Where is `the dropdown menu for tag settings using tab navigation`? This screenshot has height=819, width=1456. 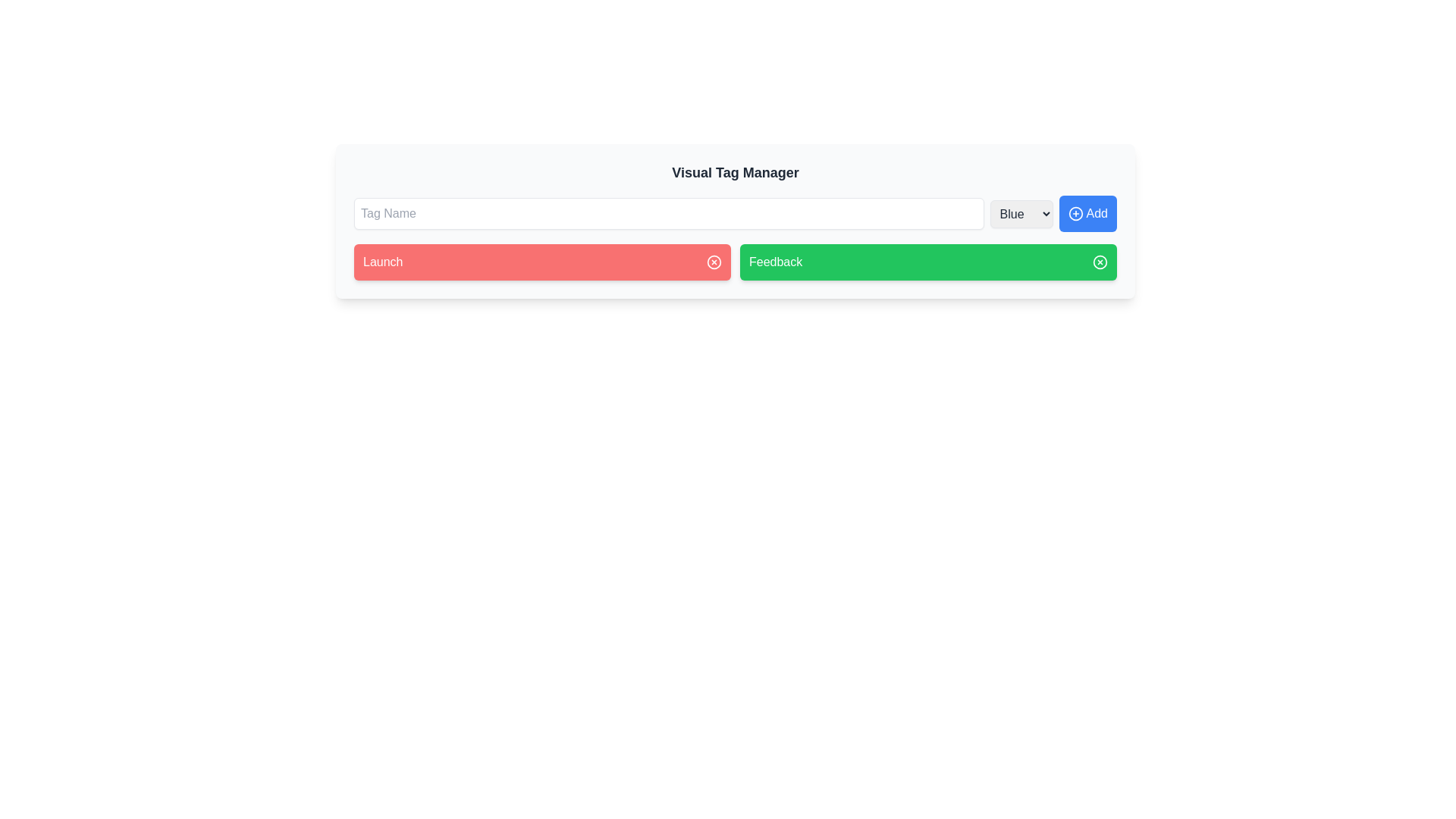 the dropdown menu for tag settings using tab navigation is located at coordinates (1021, 213).